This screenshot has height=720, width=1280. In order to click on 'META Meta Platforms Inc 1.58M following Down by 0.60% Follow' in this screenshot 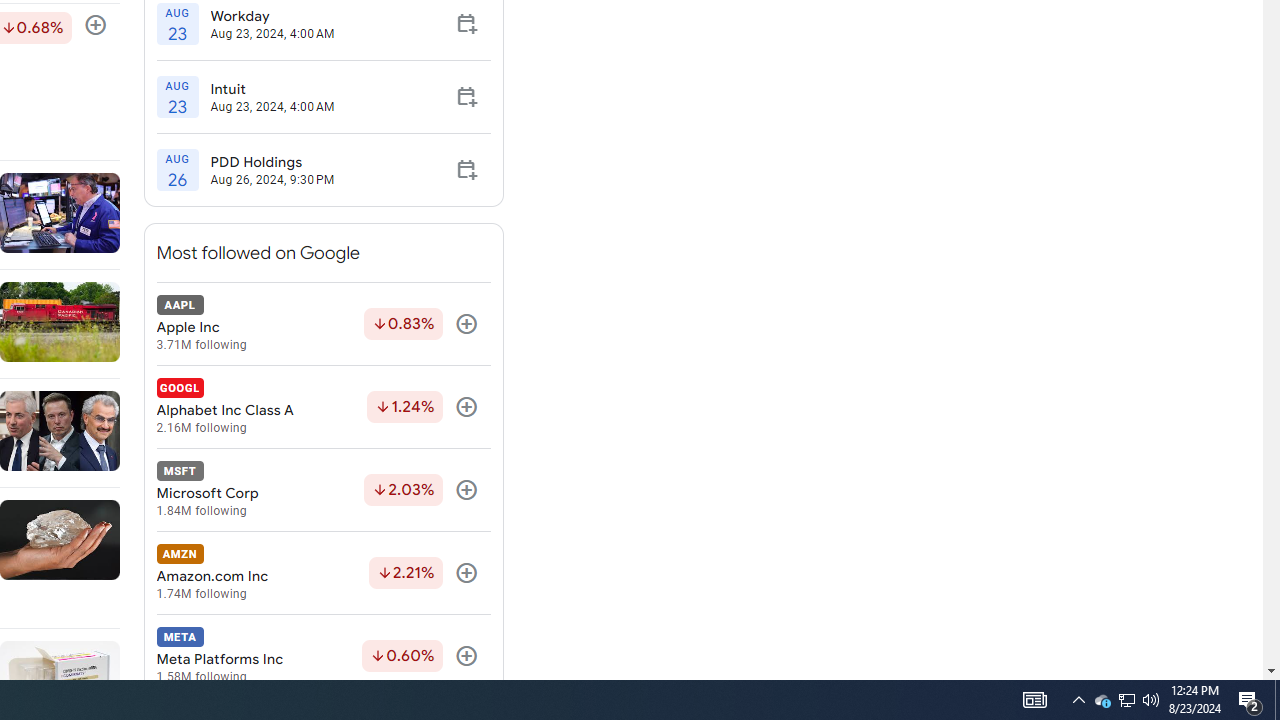, I will do `click(323, 656)`.